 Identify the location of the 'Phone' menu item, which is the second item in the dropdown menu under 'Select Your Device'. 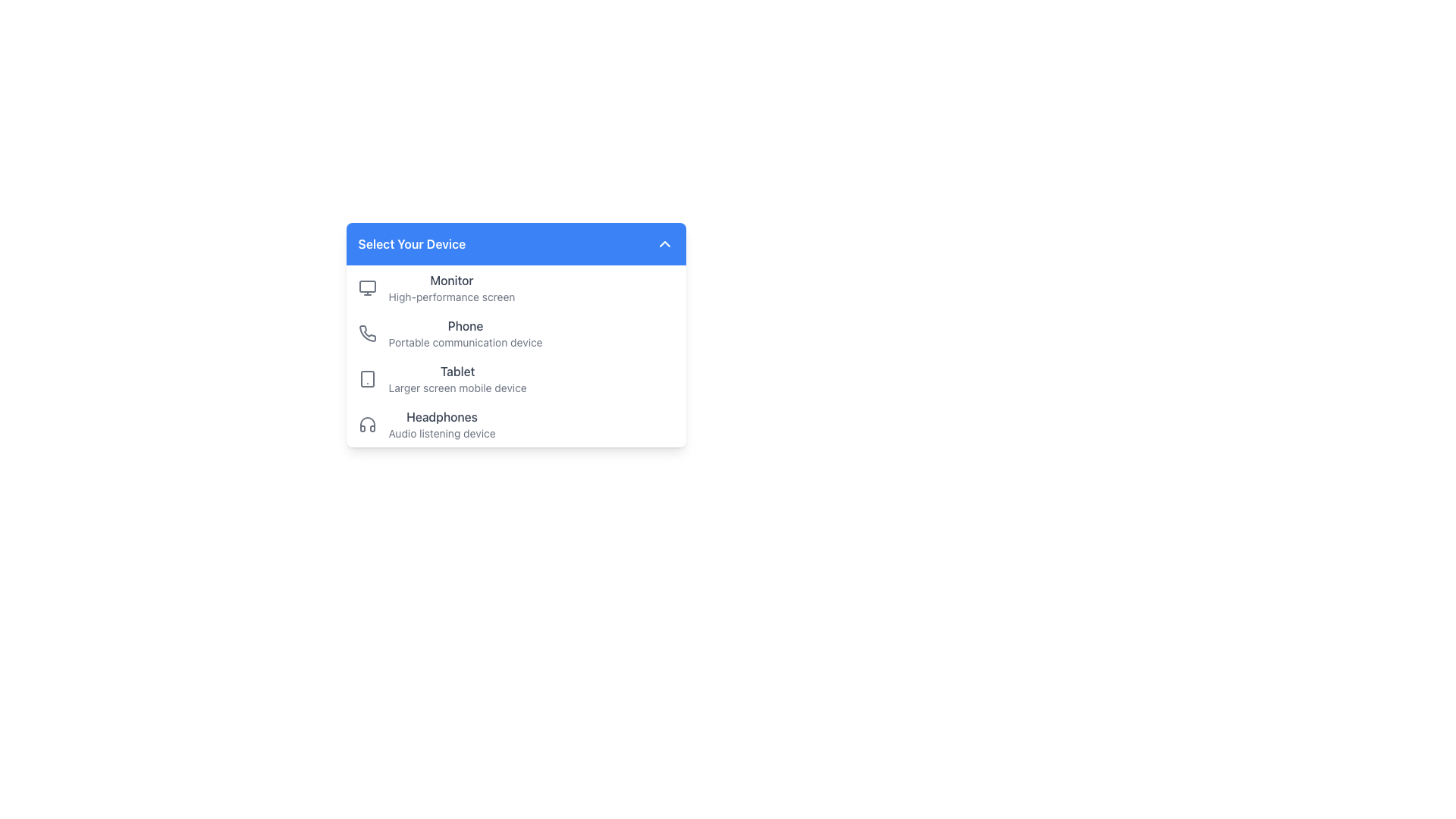
(465, 332).